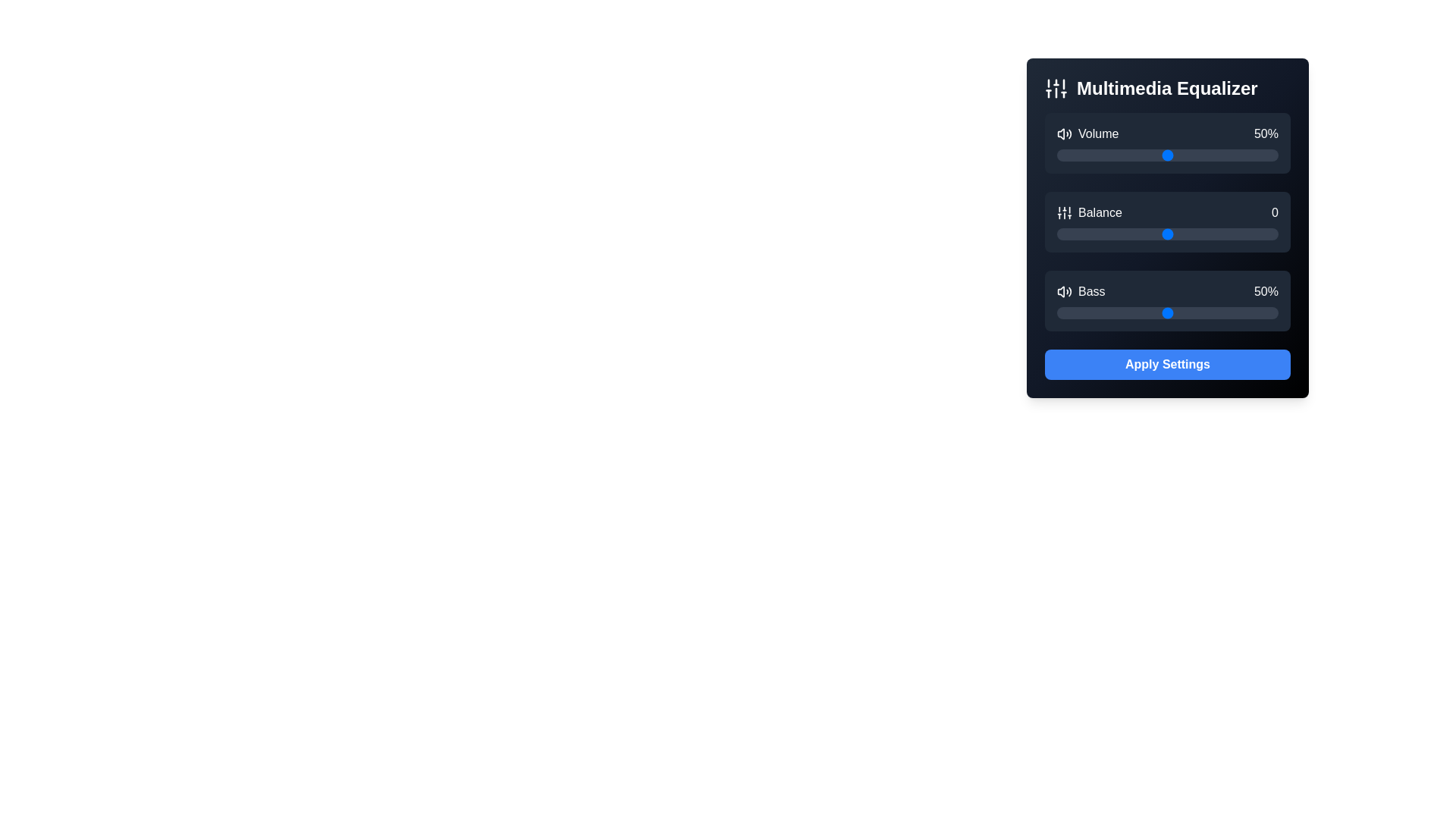 This screenshot has height=819, width=1456. Describe the element at coordinates (1167, 155) in the screenshot. I see `the volume level` at that location.